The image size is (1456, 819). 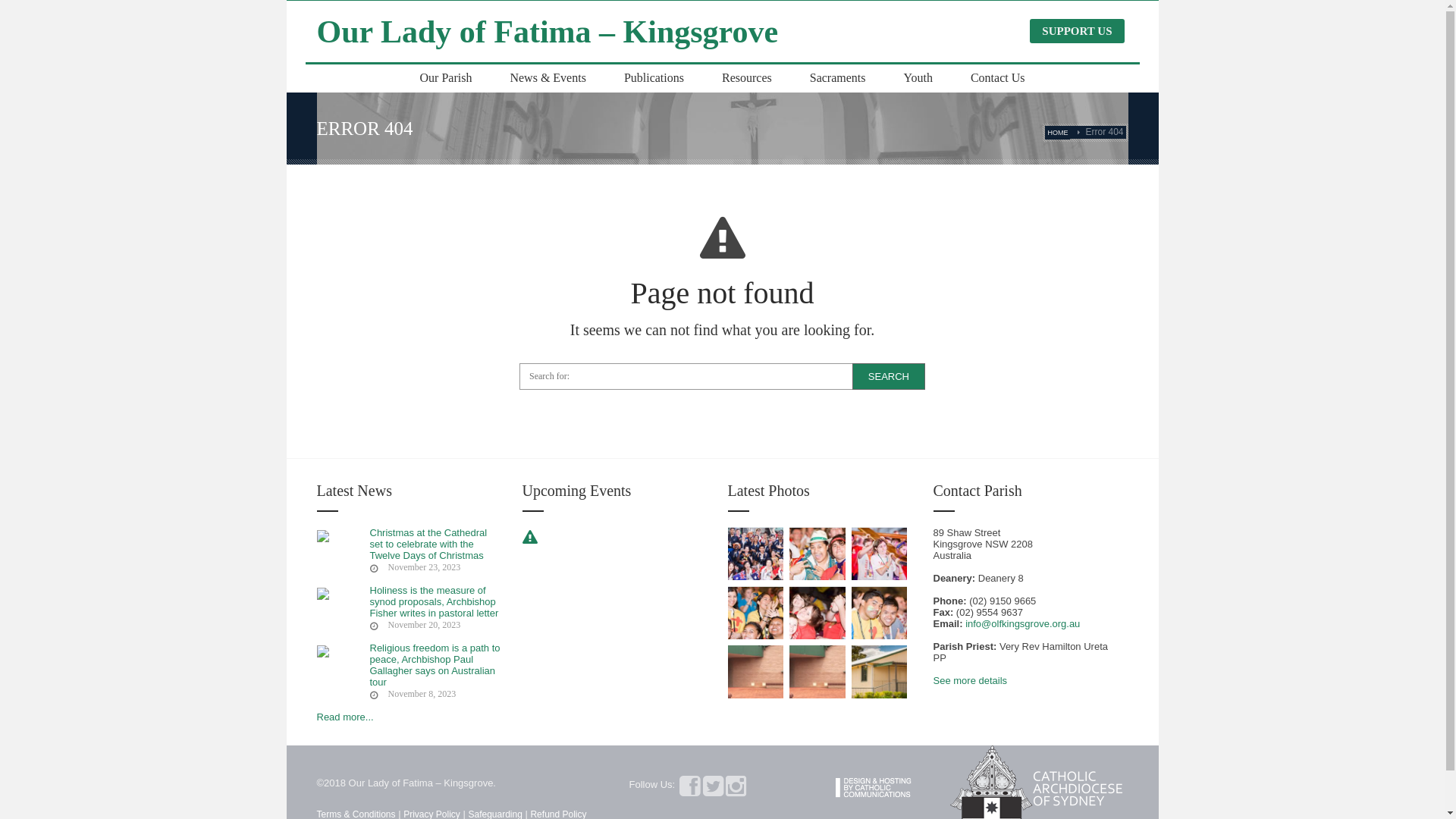 What do you see at coordinates (654, 78) in the screenshot?
I see `'Publications'` at bounding box center [654, 78].